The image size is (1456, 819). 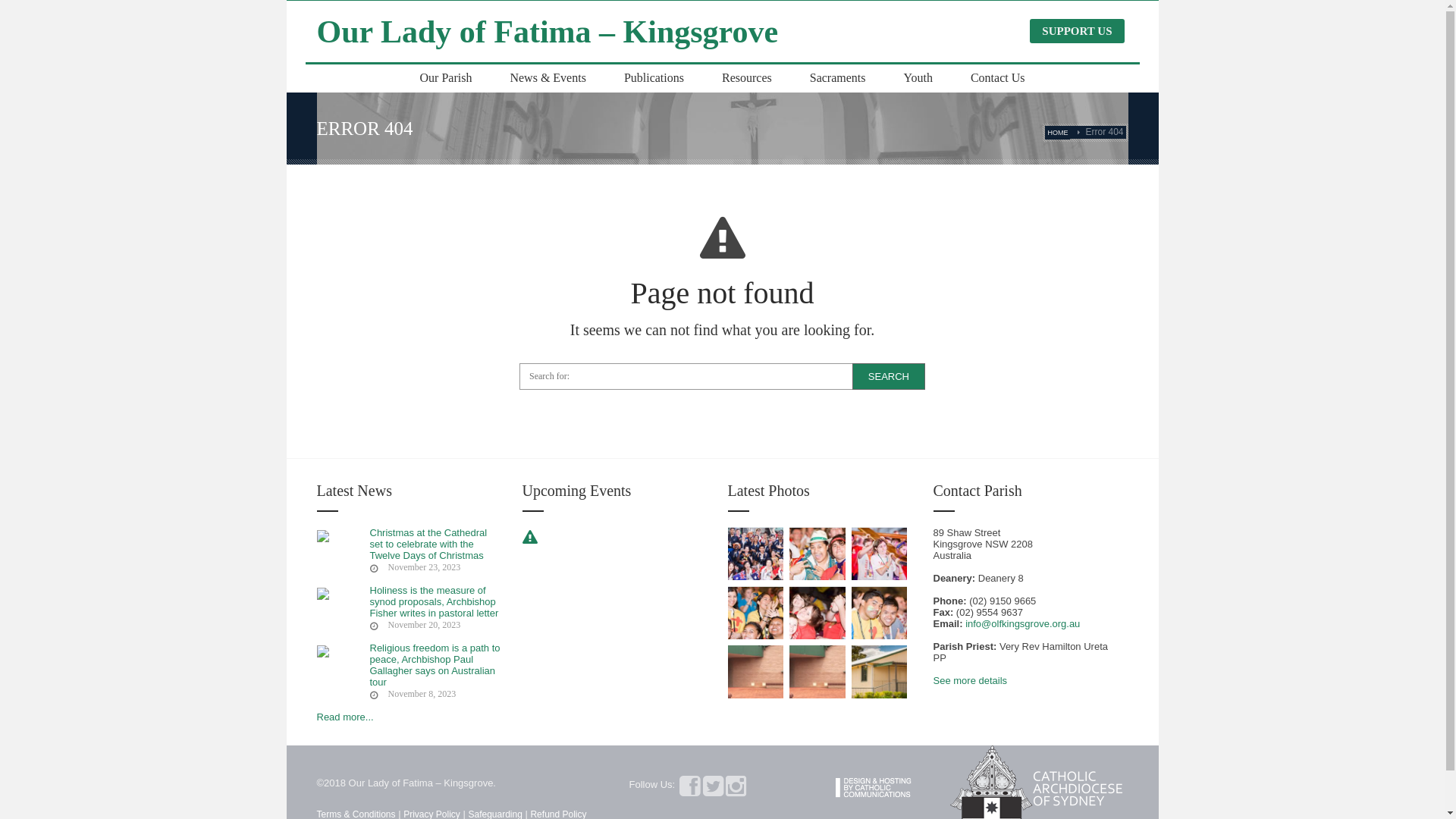 What do you see at coordinates (654, 78) in the screenshot?
I see `'Publications'` at bounding box center [654, 78].